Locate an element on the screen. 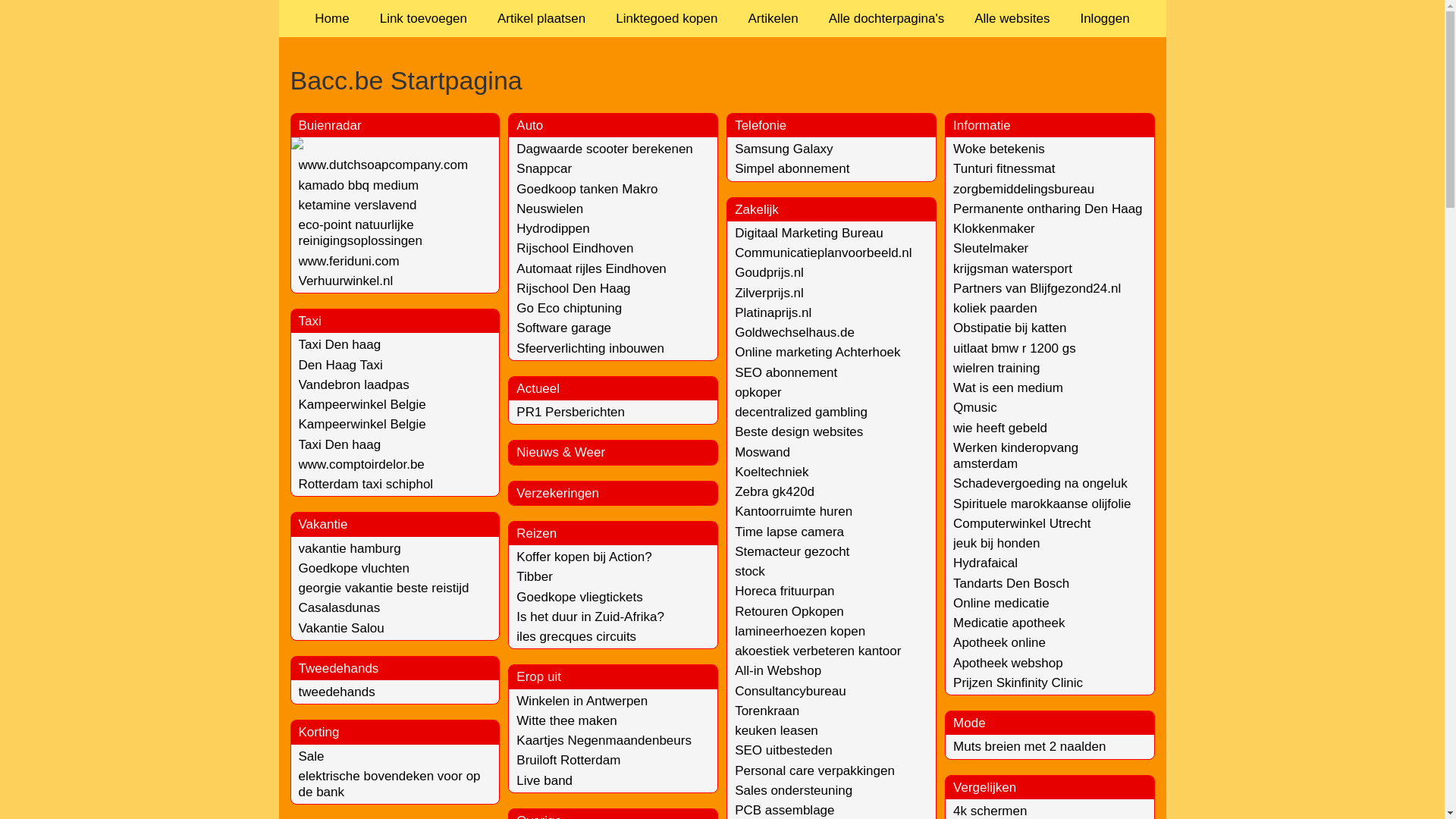  'georgie vakantie beste reistijd' is located at coordinates (384, 587).